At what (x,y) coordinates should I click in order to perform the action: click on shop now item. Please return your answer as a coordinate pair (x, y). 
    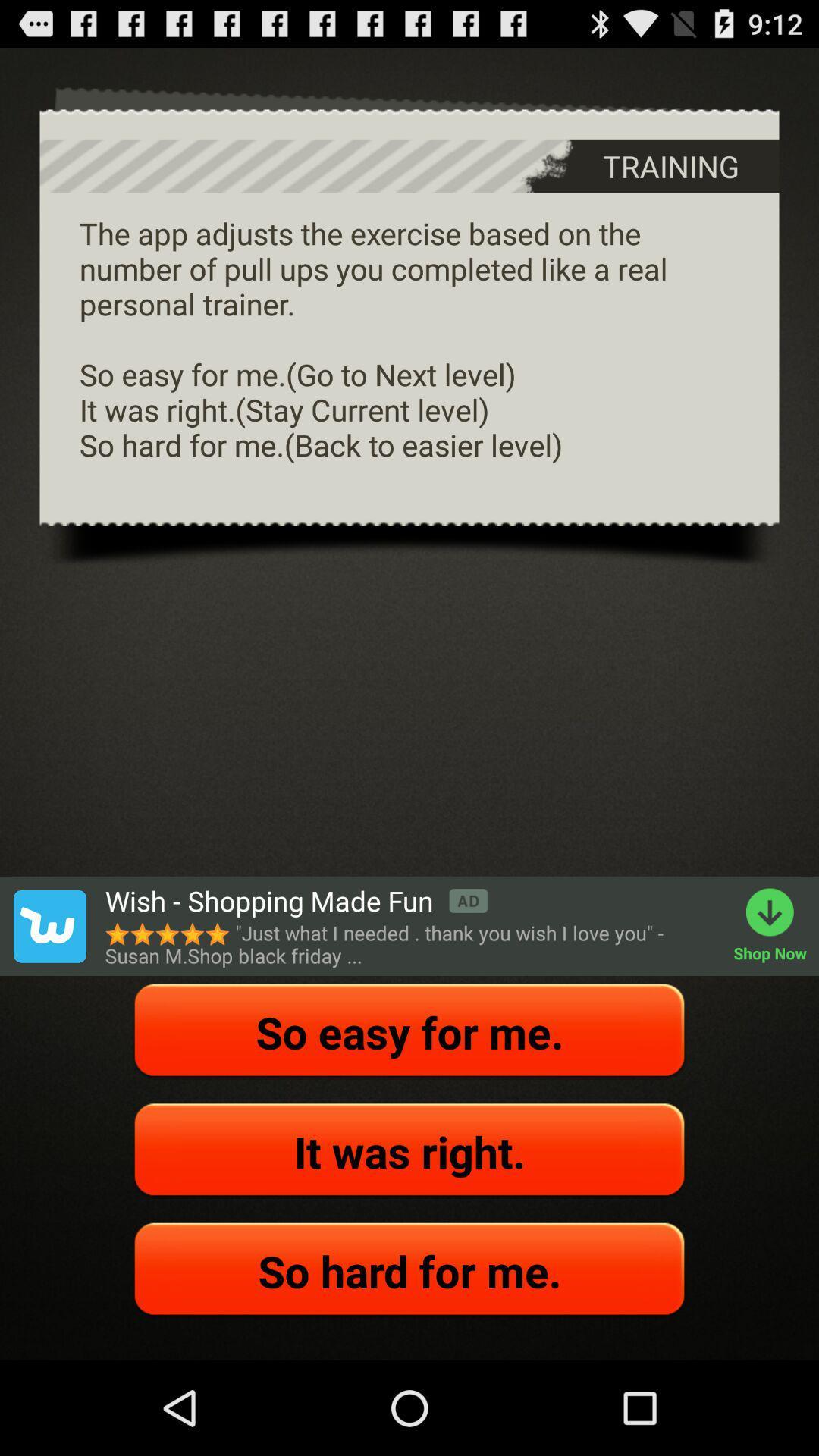
    Looking at the image, I should click on (776, 925).